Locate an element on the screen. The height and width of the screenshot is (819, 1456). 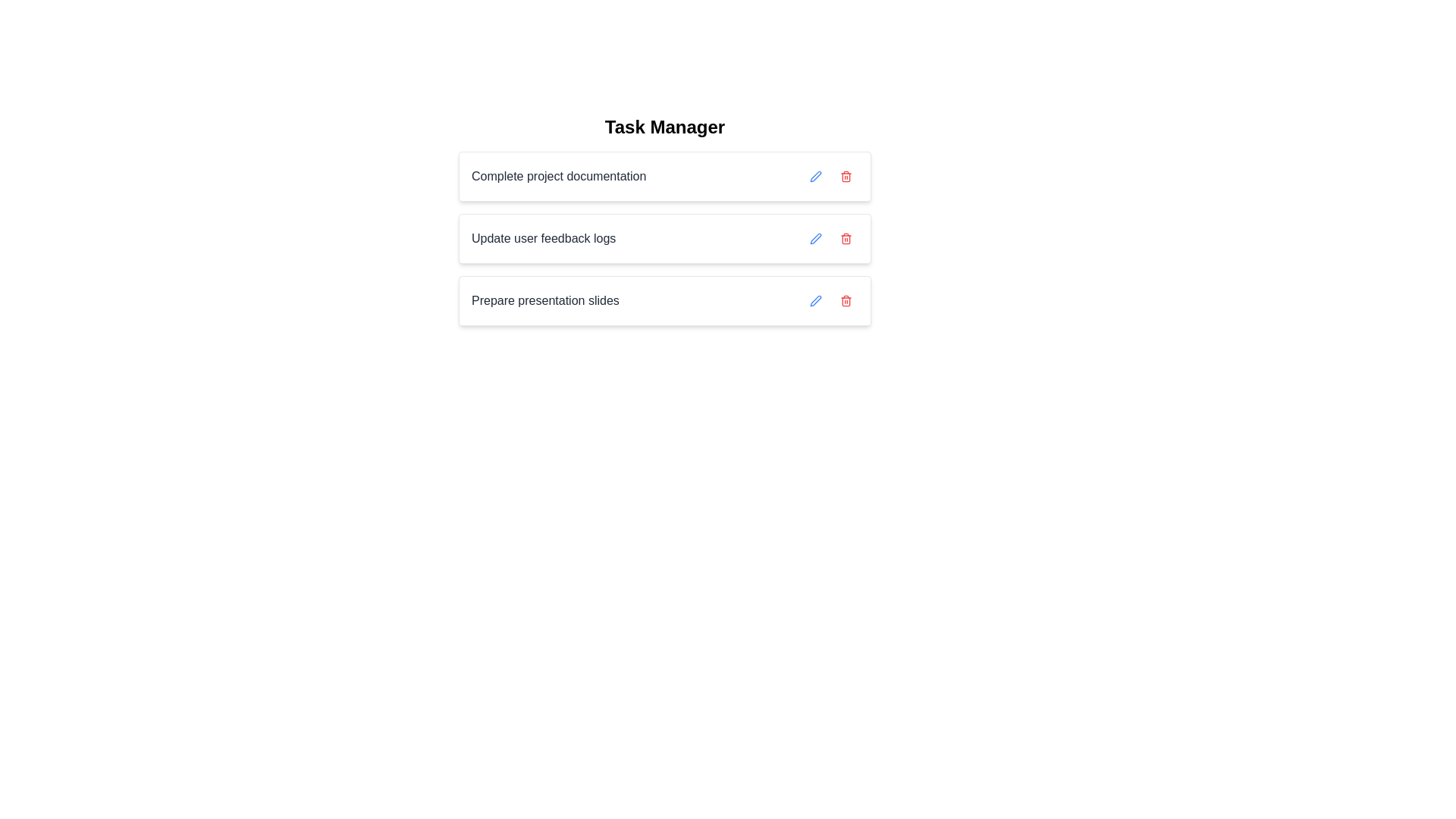
the delete button located on the far right of the third task row is located at coordinates (846, 301).